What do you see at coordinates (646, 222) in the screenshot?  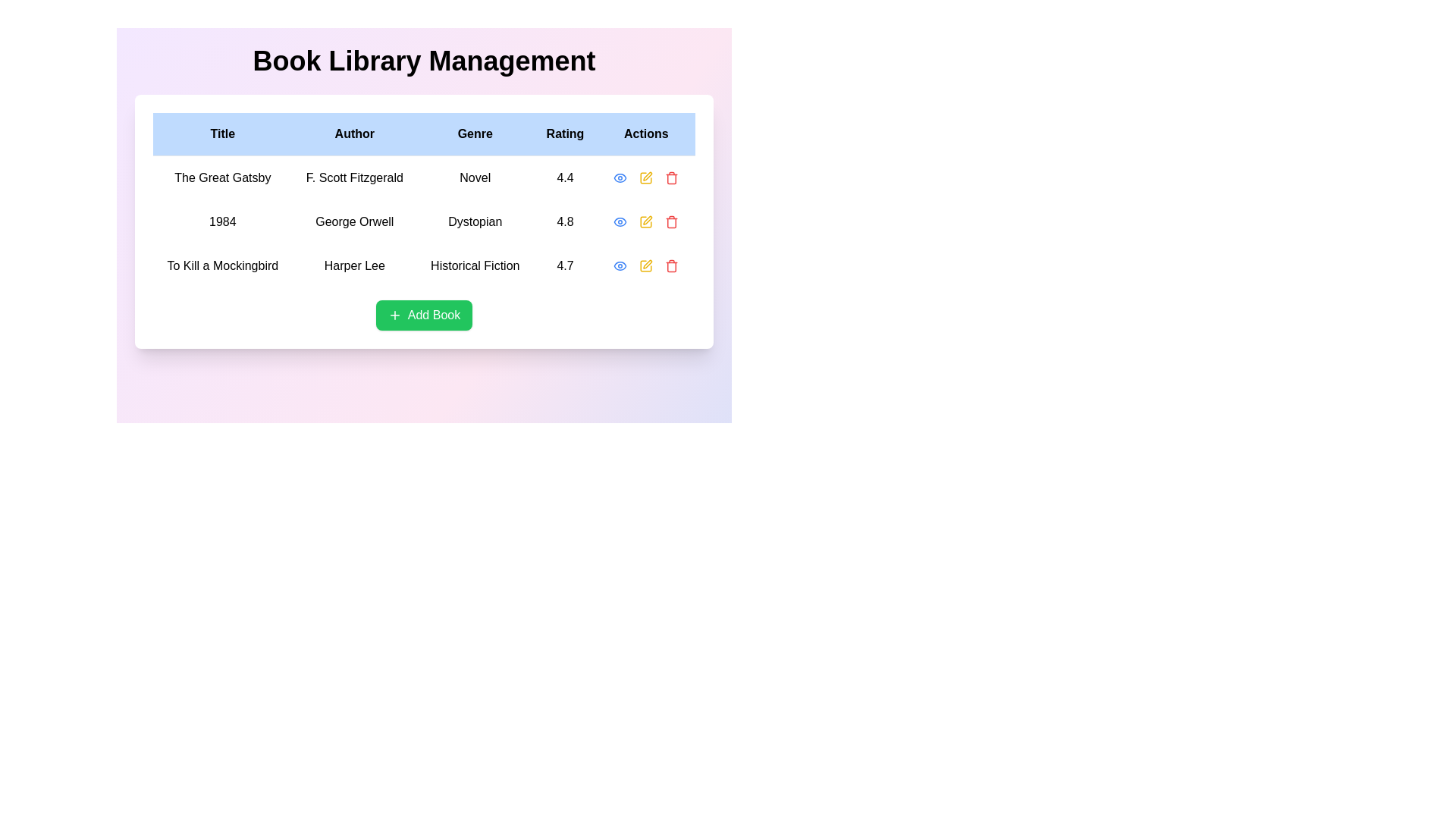 I see `the edit icon button in the Actions column of the table for the '1984' row` at bounding box center [646, 222].